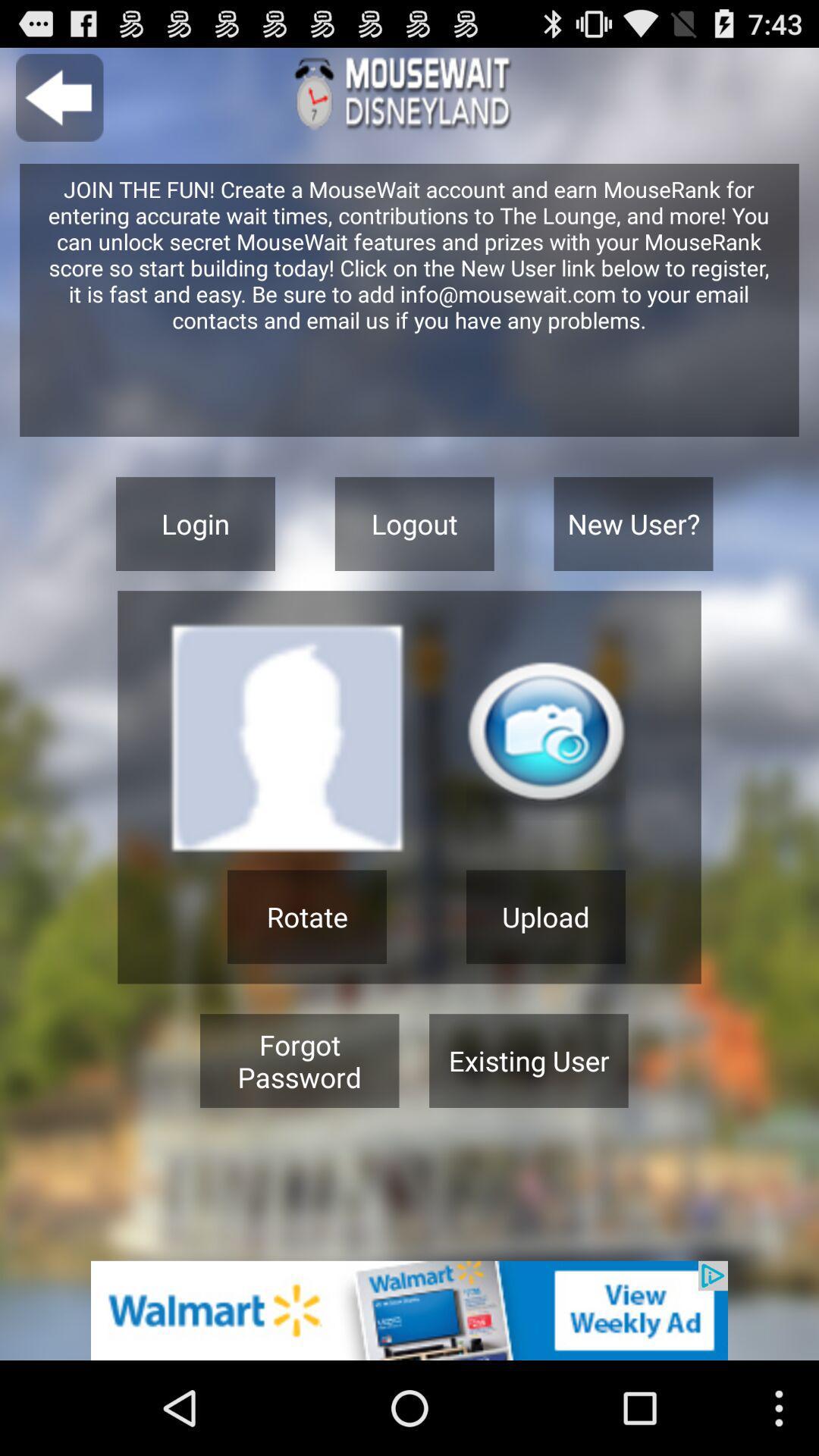 This screenshot has width=819, height=1456. Describe the element at coordinates (58, 97) in the screenshot. I see `go back` at that location.